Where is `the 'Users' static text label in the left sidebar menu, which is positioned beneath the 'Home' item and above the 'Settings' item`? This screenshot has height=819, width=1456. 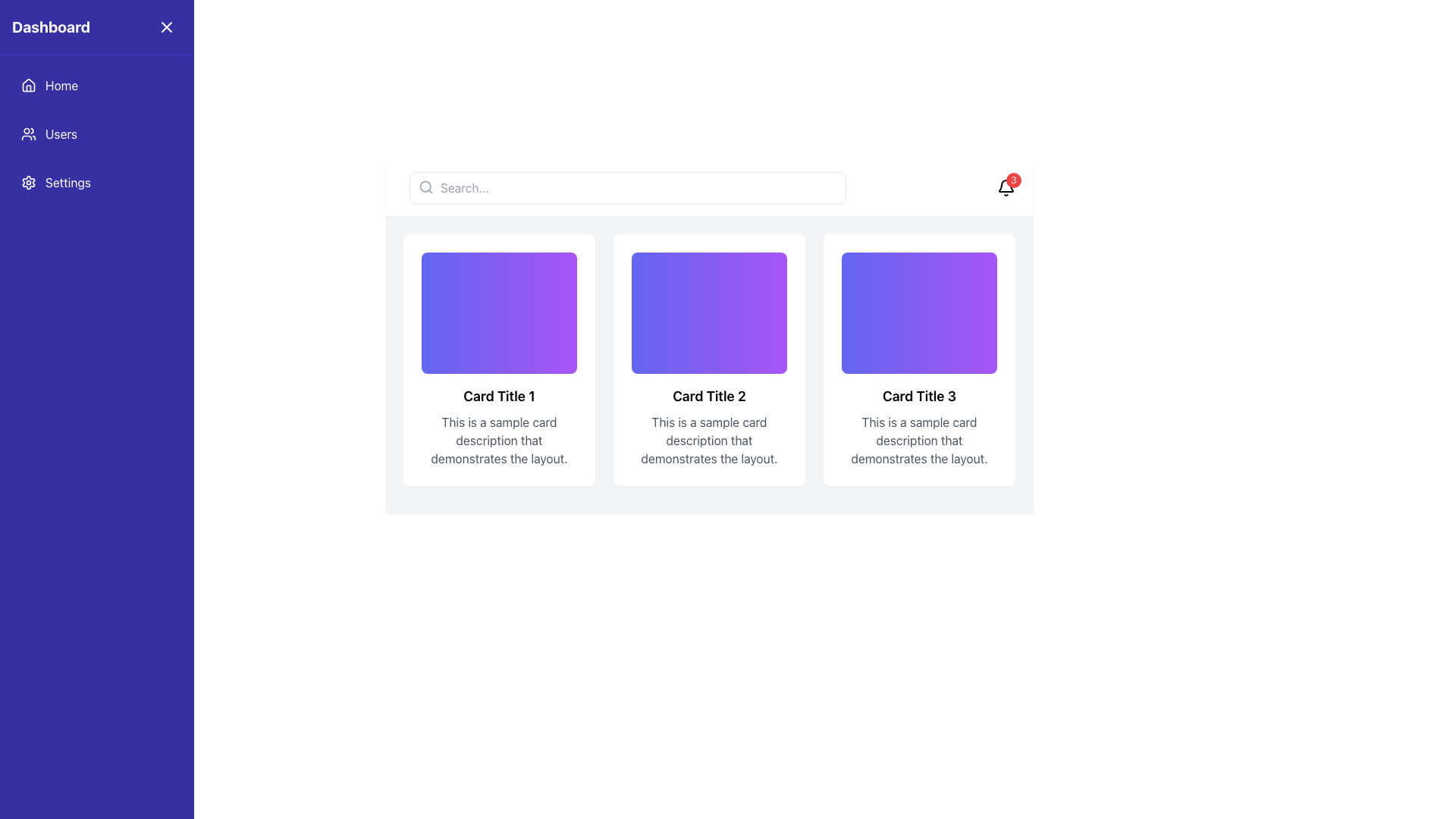 the 'Users' static text label in the left sidebar menu, which is positioned beneath the 'Home' item and above the 'Settings' item is located at coordinates (61, 133).